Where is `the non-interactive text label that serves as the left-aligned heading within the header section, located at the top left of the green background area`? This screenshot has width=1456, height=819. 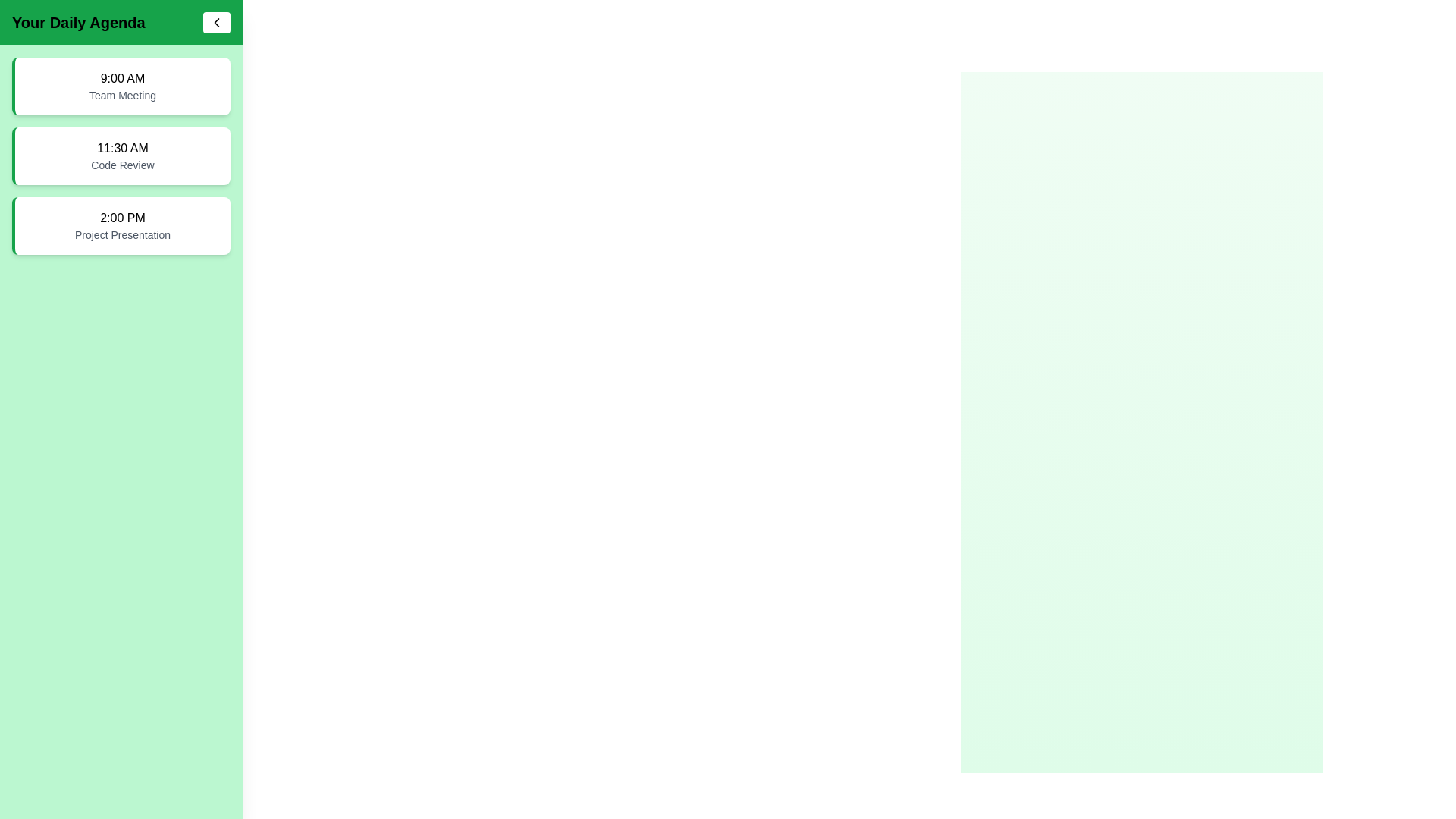
the non-interactive text label that serves as the left-aligned heading within the header section, located at the top left of the green background area is located at coordinates (77, 23).